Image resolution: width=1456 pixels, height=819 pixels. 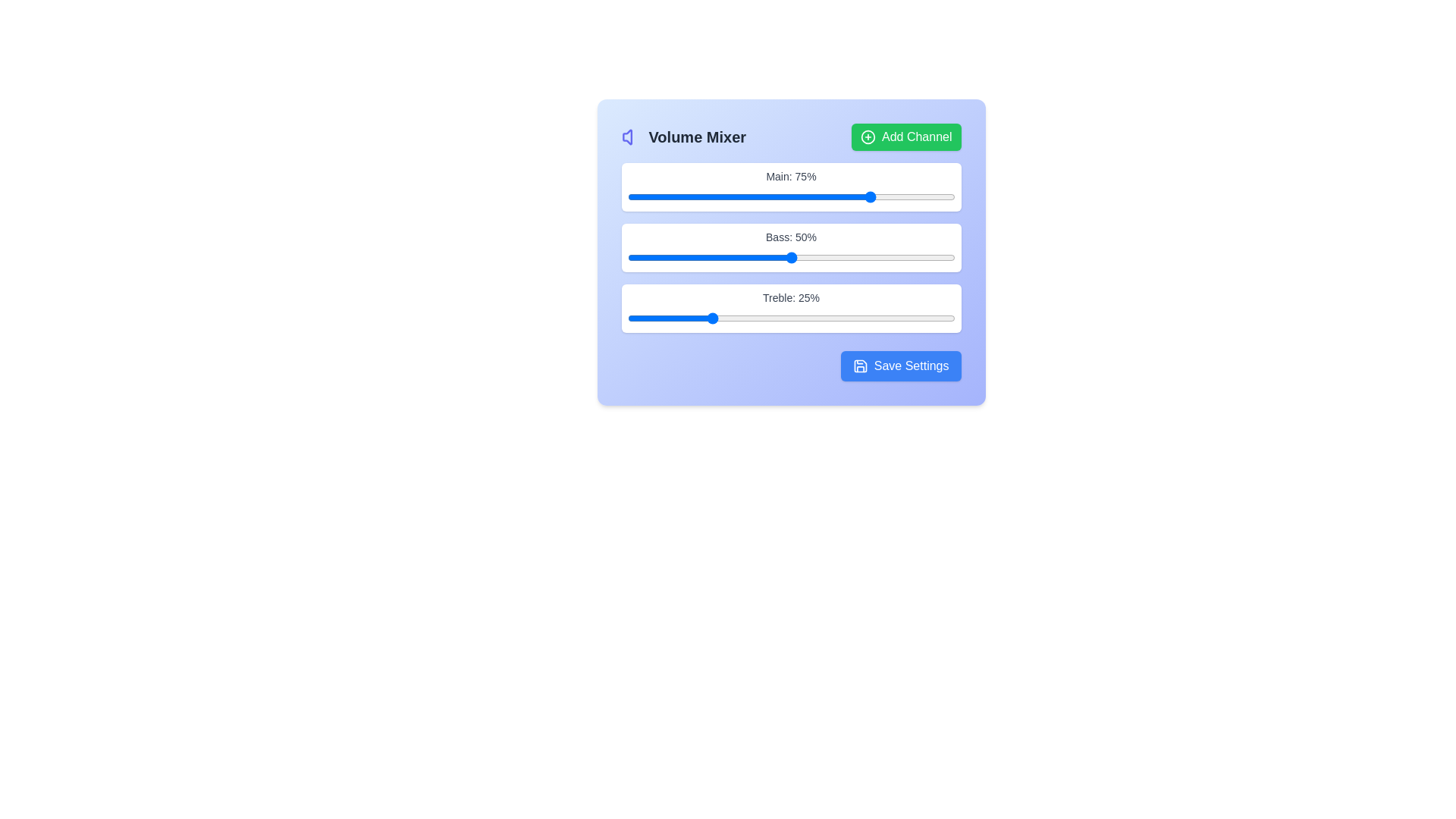 What do you see at coordinates (868, 137) in the screenshot?
I see `the 'Add Channel' button by clicking on its associated icon located on the top right of the content area` at bounding box center [868, 137].